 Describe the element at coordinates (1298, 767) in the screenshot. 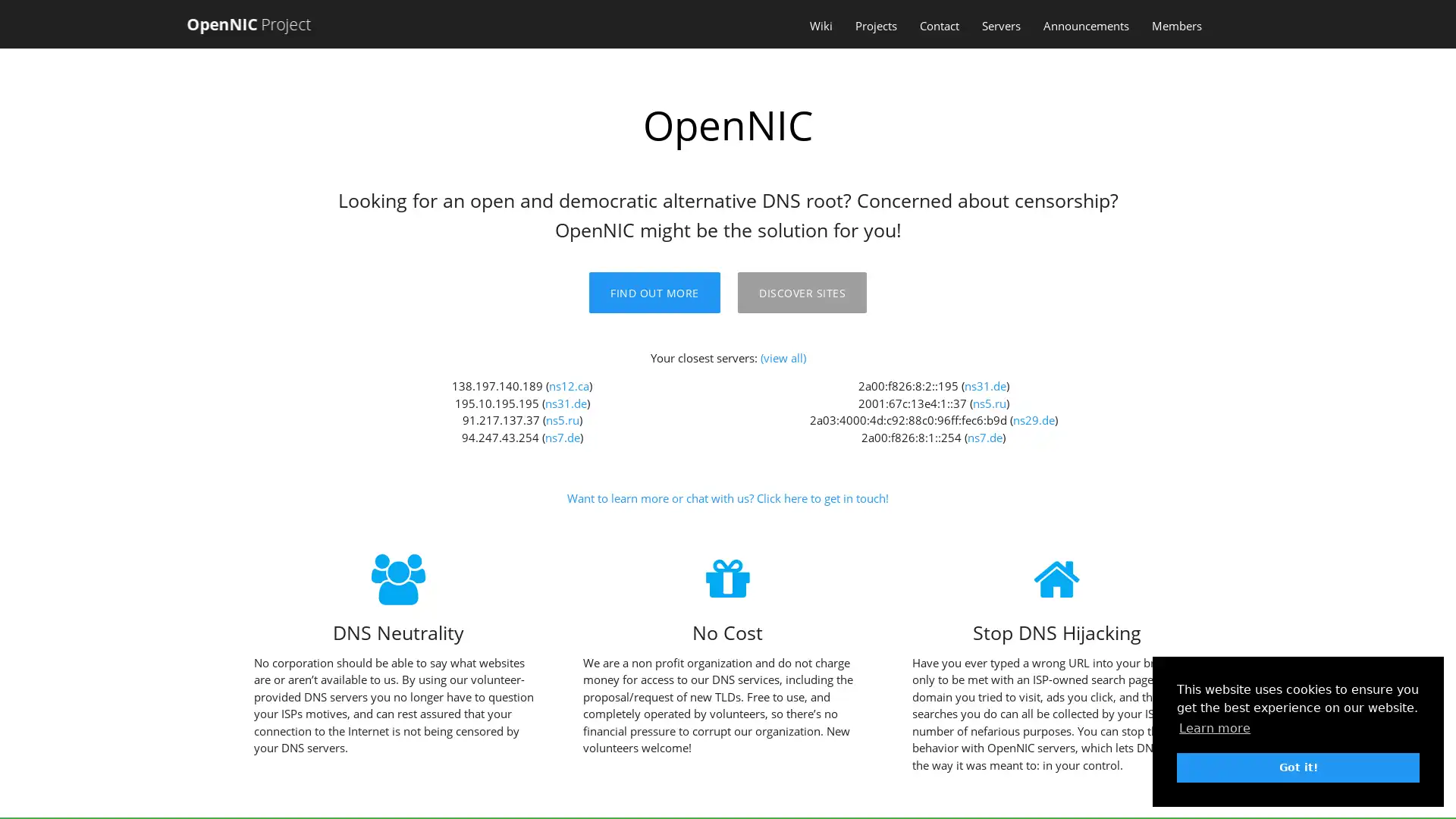

I see `dismiss cookie message` at that location.